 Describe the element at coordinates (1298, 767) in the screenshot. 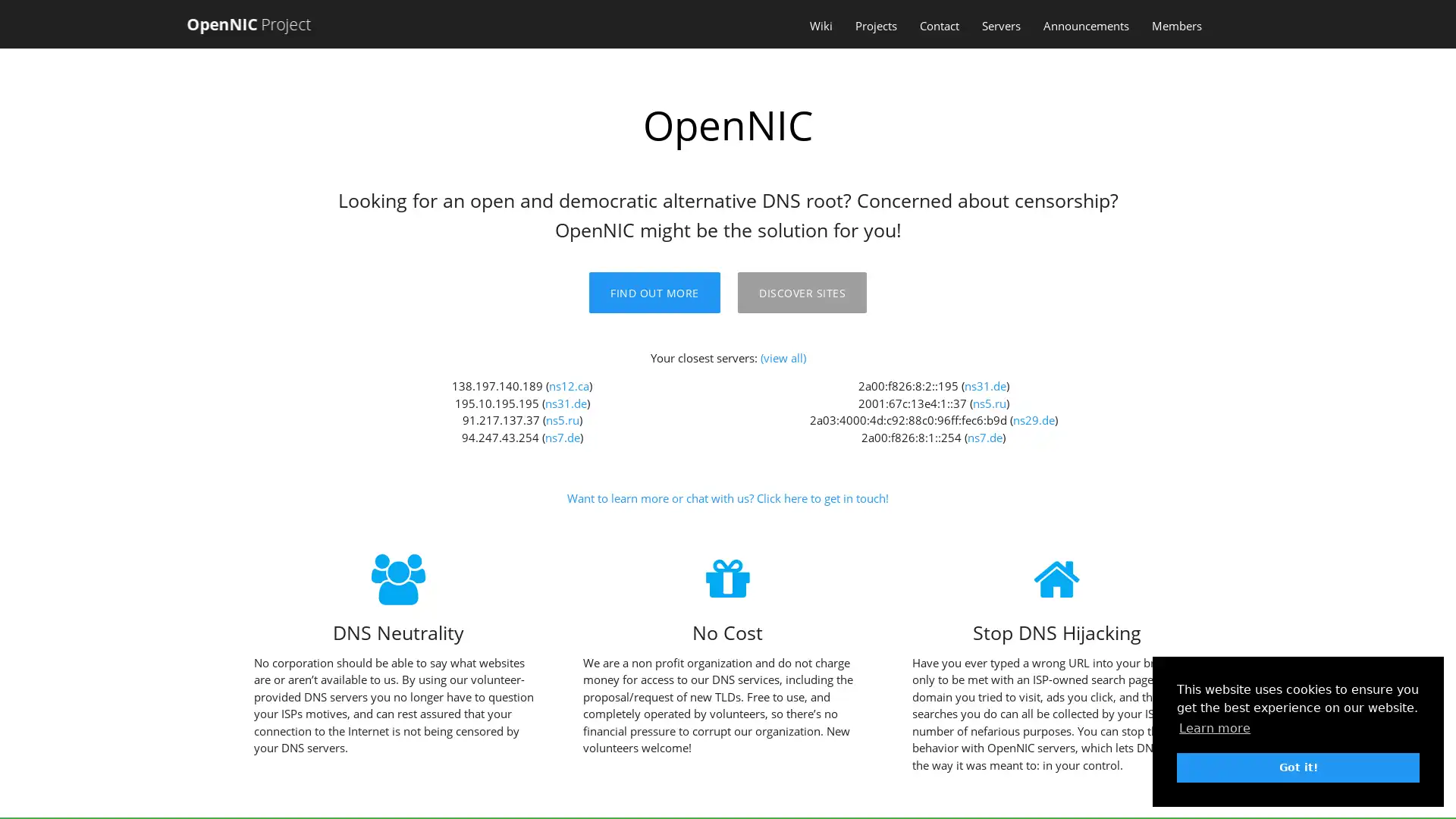

I see `dismiss cookie message` at that location.